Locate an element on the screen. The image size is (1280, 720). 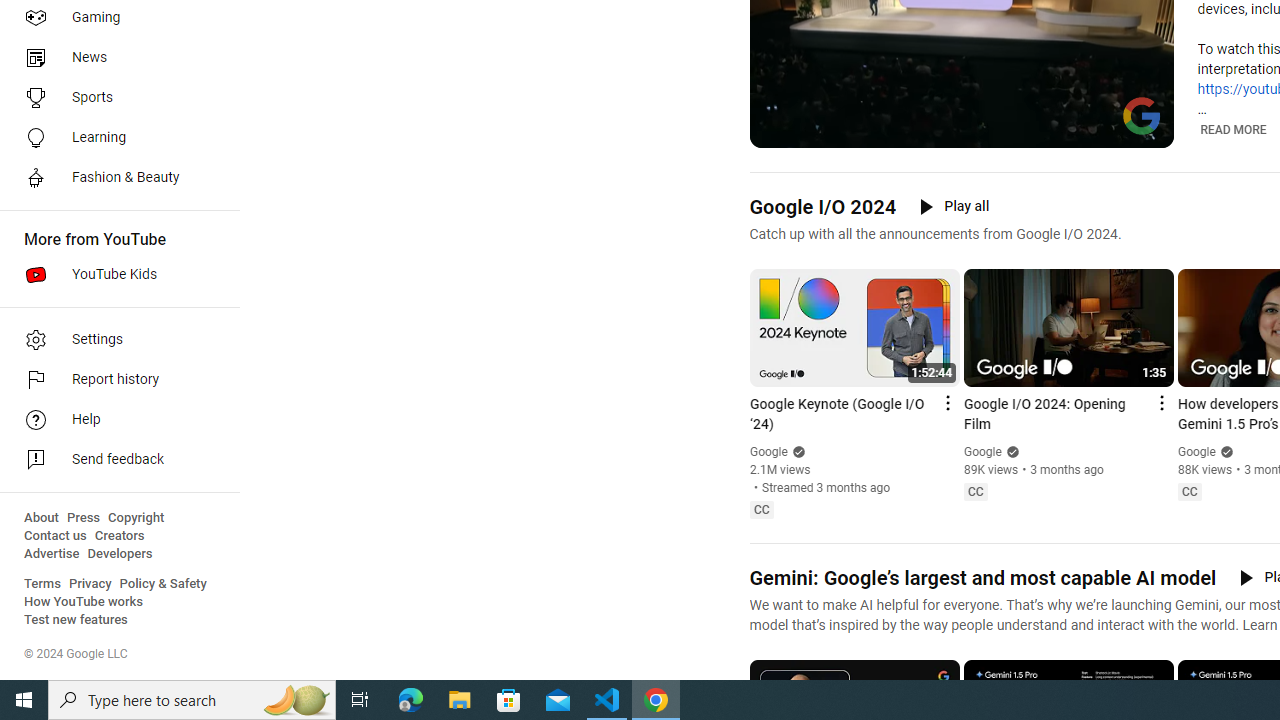
'How YouTube works' is located at coordinates (82, 601).